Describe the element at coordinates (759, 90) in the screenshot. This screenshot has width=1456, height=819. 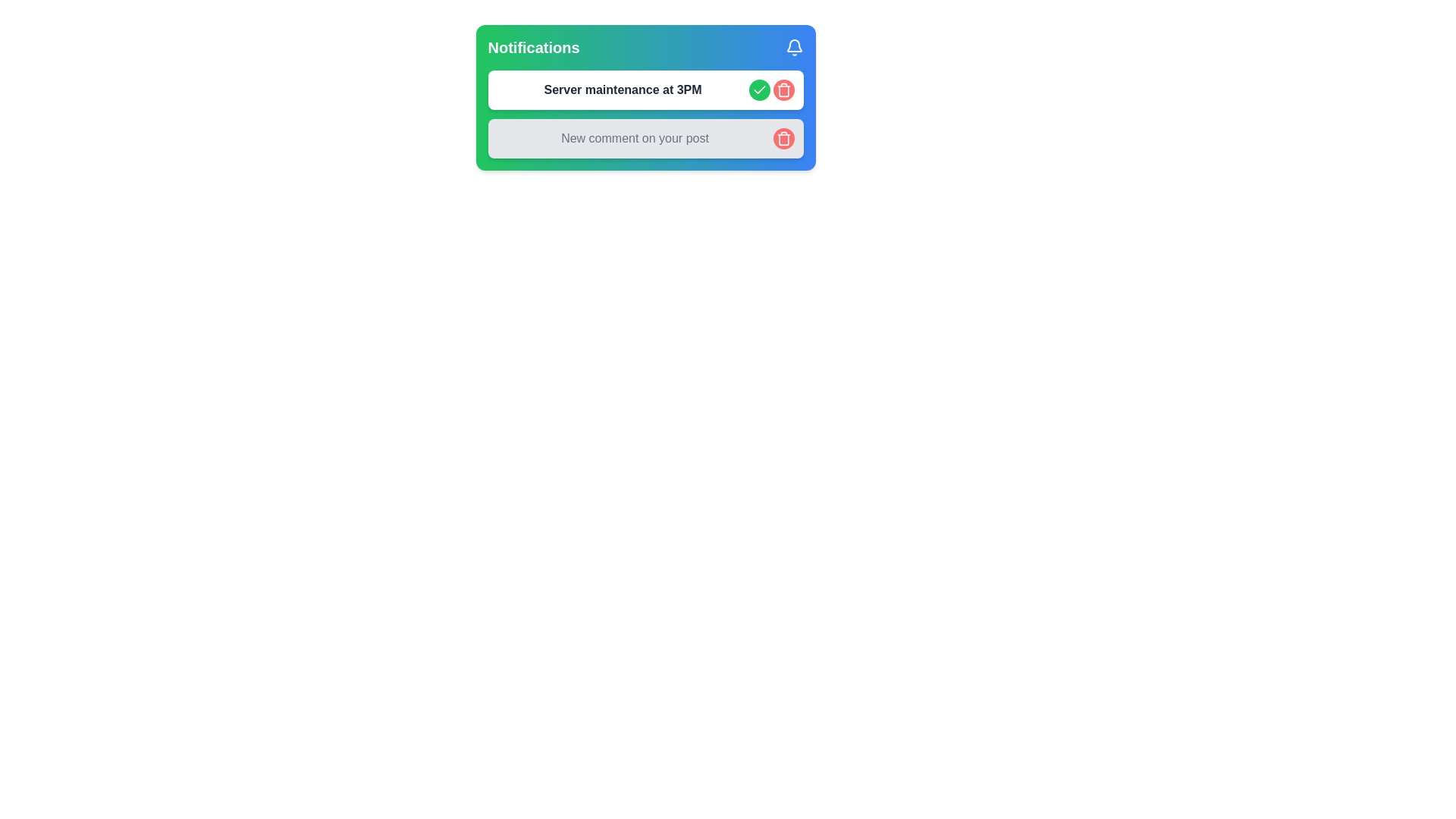
I see `the confirmation button located to the right of the message 'Server maintenance at 3PM' in the notification panel to acknowledge the notification` at that location.